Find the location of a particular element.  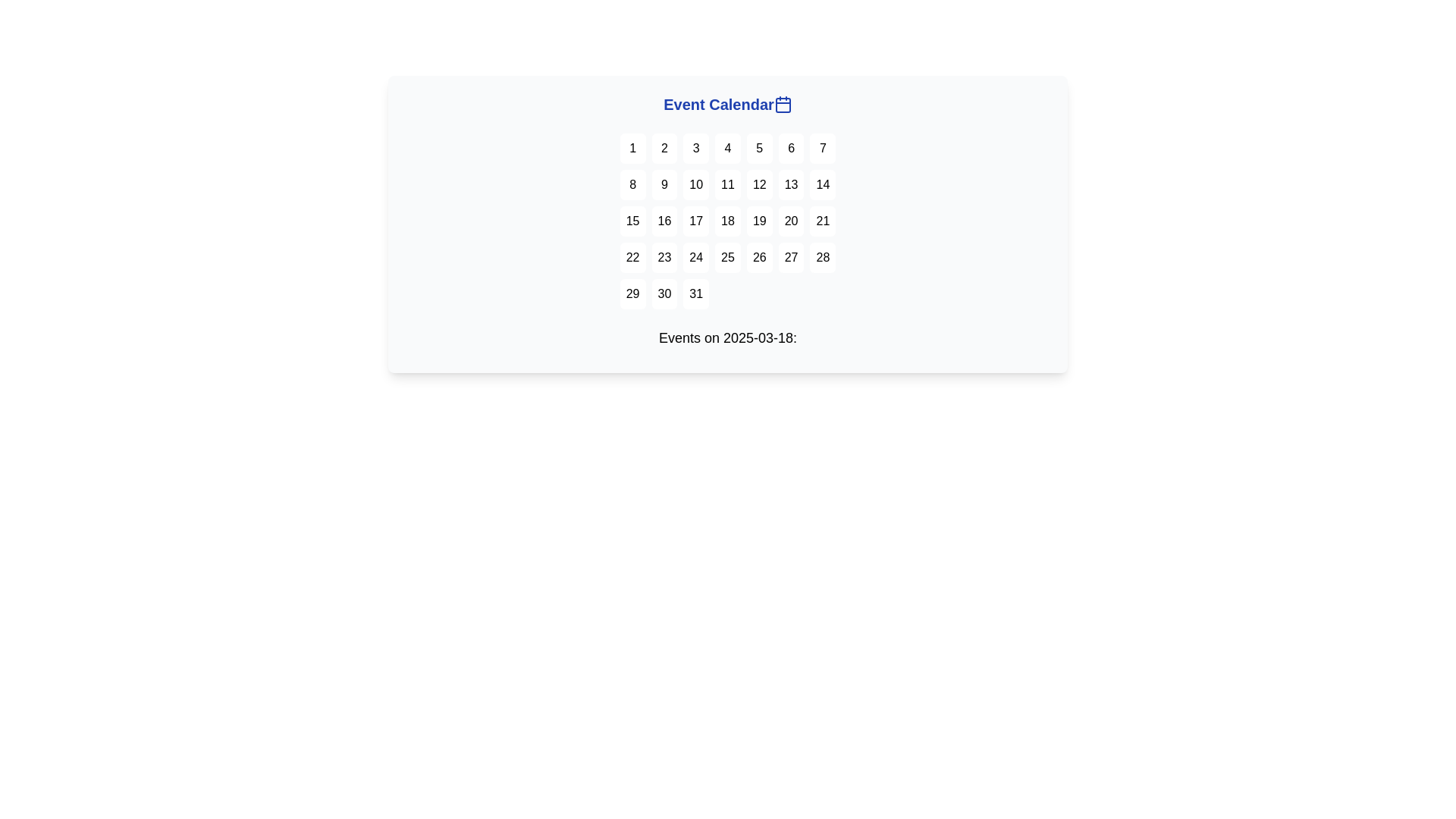

the button representing the 26th day of the month in the Event Calendar grid is located at coordinates (759, 256).